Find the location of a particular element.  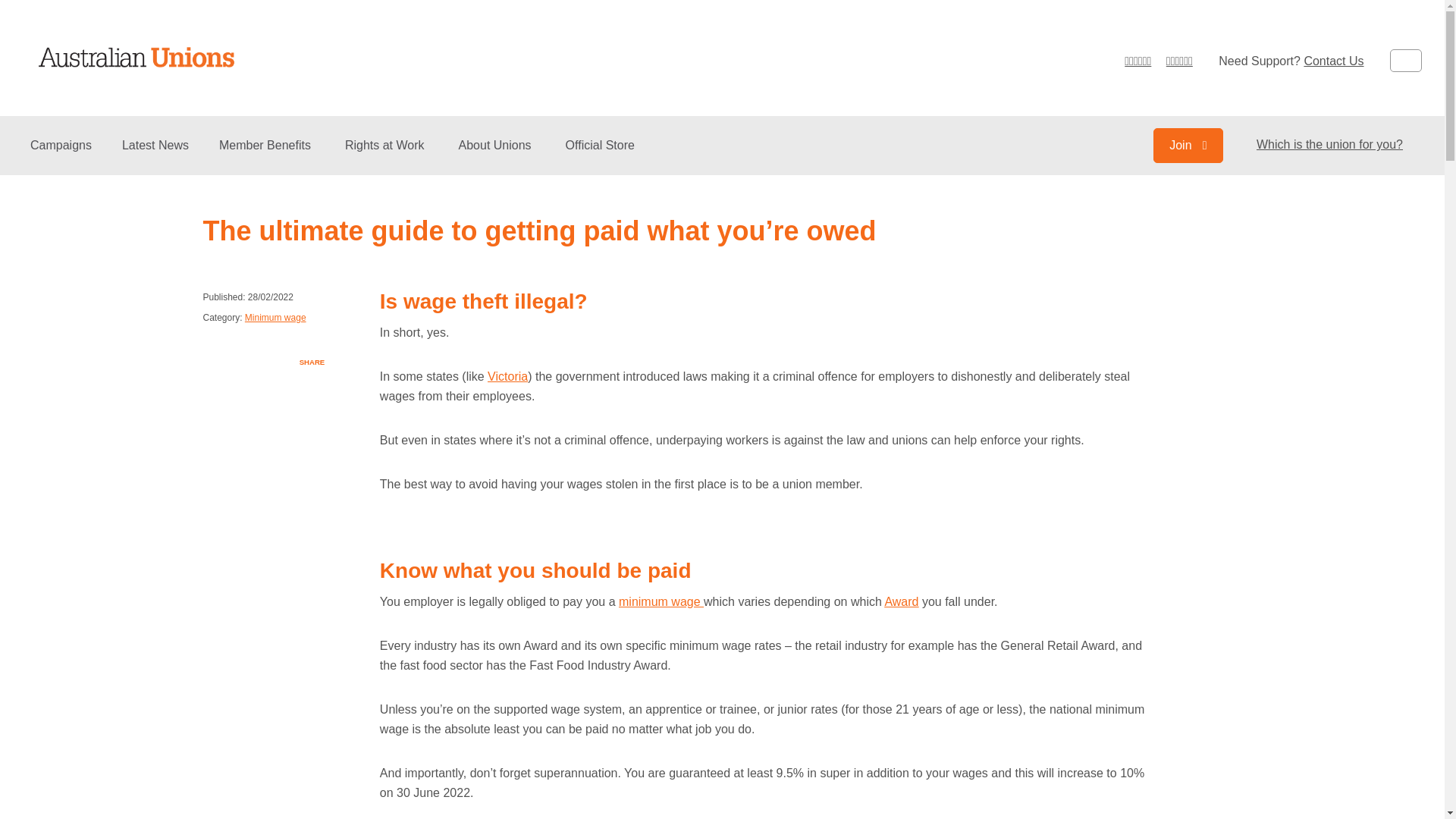

'Official Store' is located at coordinates (599, 156).